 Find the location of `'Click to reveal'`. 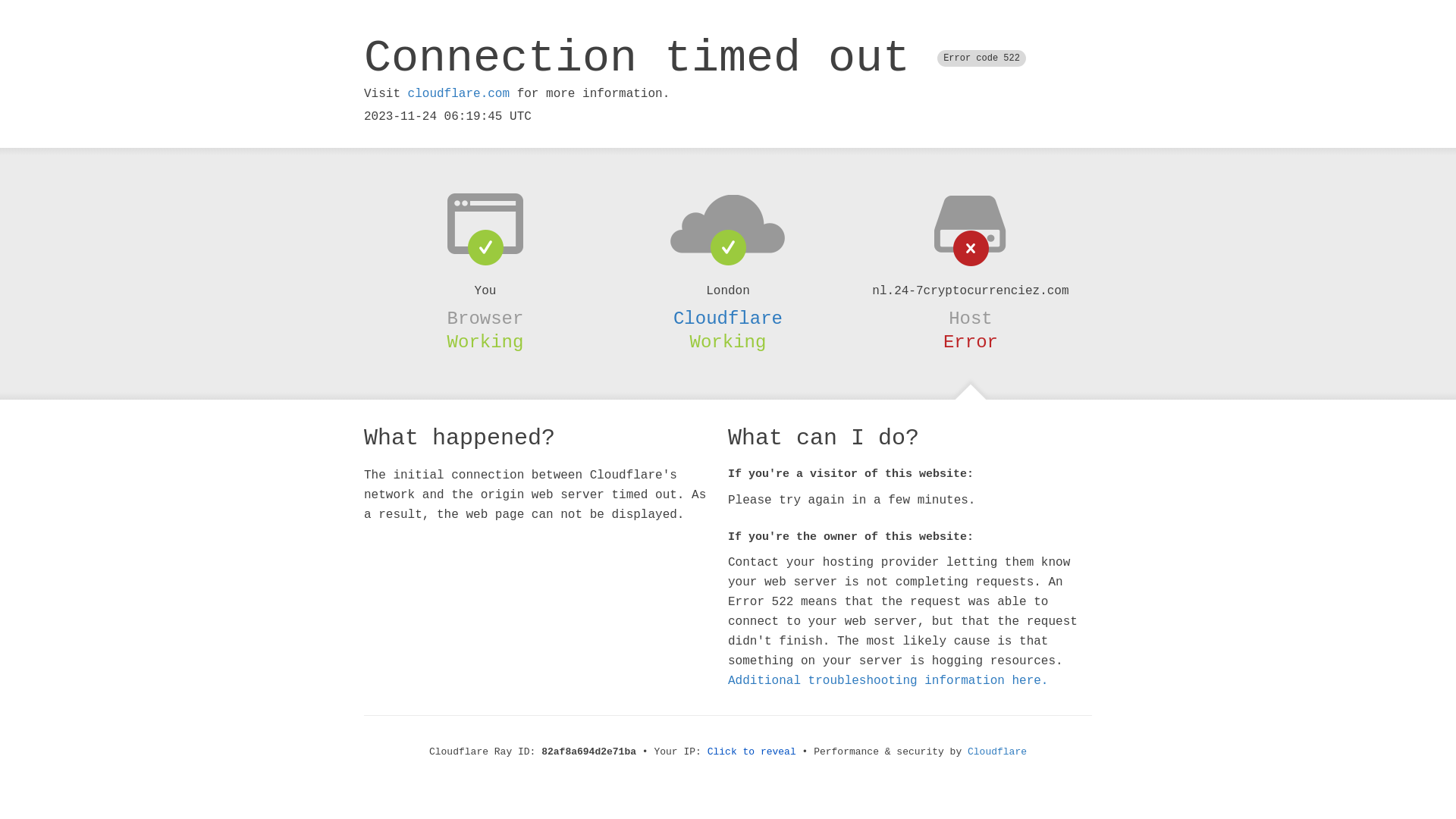

'Click to reveal' is located at coordinates (752, 752).